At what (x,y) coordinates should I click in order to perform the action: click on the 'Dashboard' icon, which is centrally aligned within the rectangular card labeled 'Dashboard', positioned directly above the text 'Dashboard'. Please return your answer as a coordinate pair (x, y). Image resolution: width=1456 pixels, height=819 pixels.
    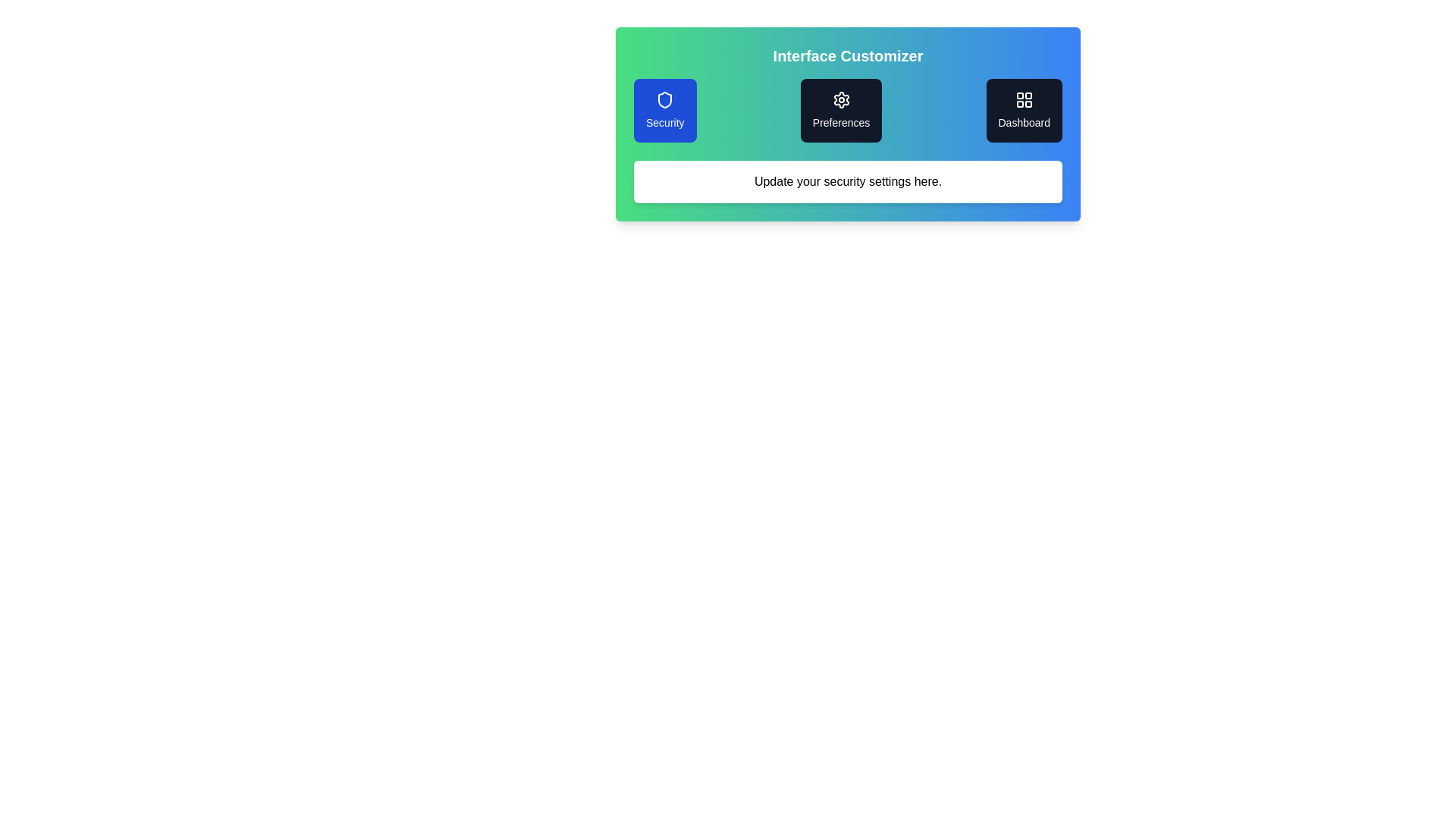
    Looking at the image, I should click on (1024, 99).